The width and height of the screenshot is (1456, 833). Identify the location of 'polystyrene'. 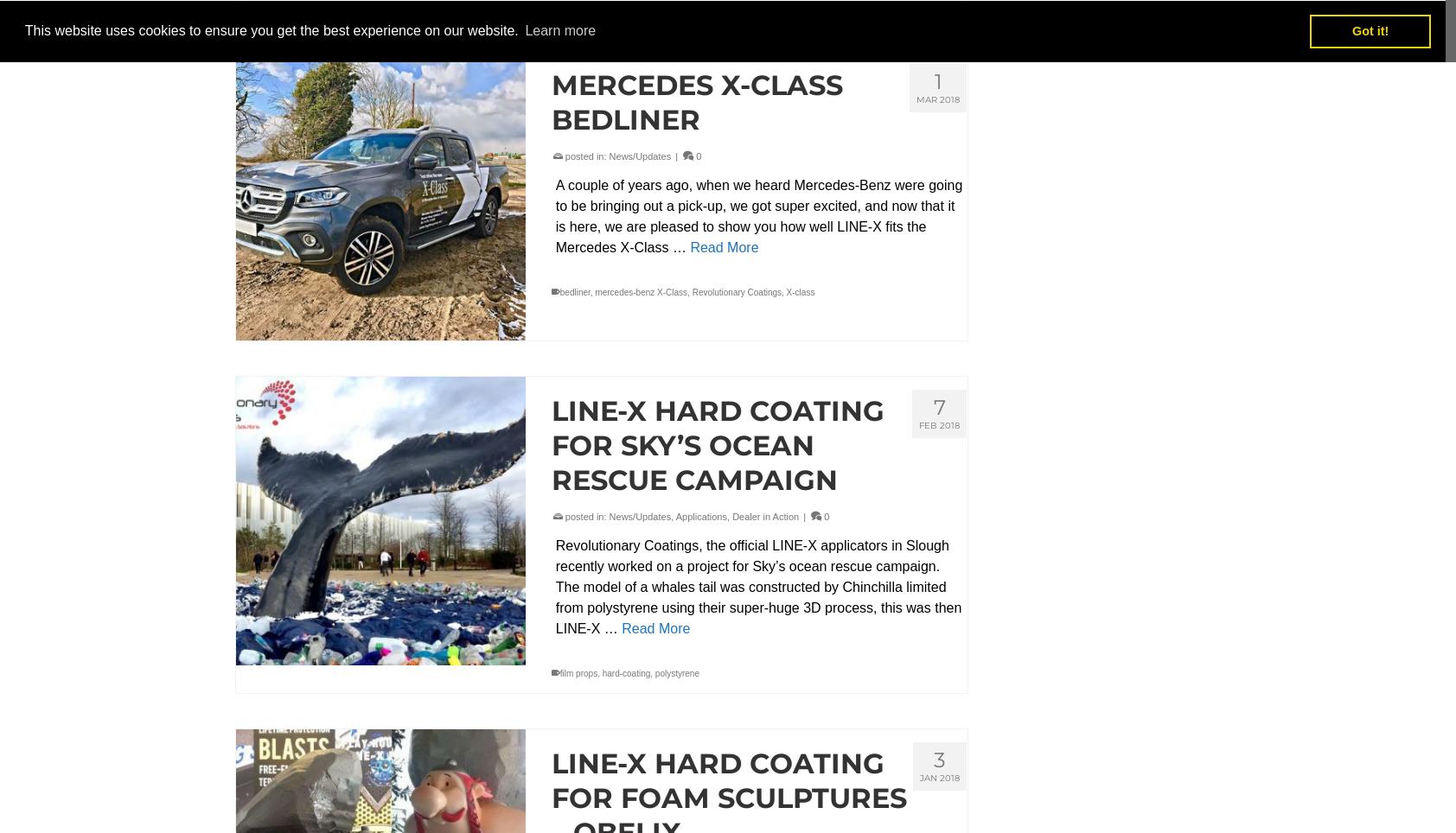
(677, 672).